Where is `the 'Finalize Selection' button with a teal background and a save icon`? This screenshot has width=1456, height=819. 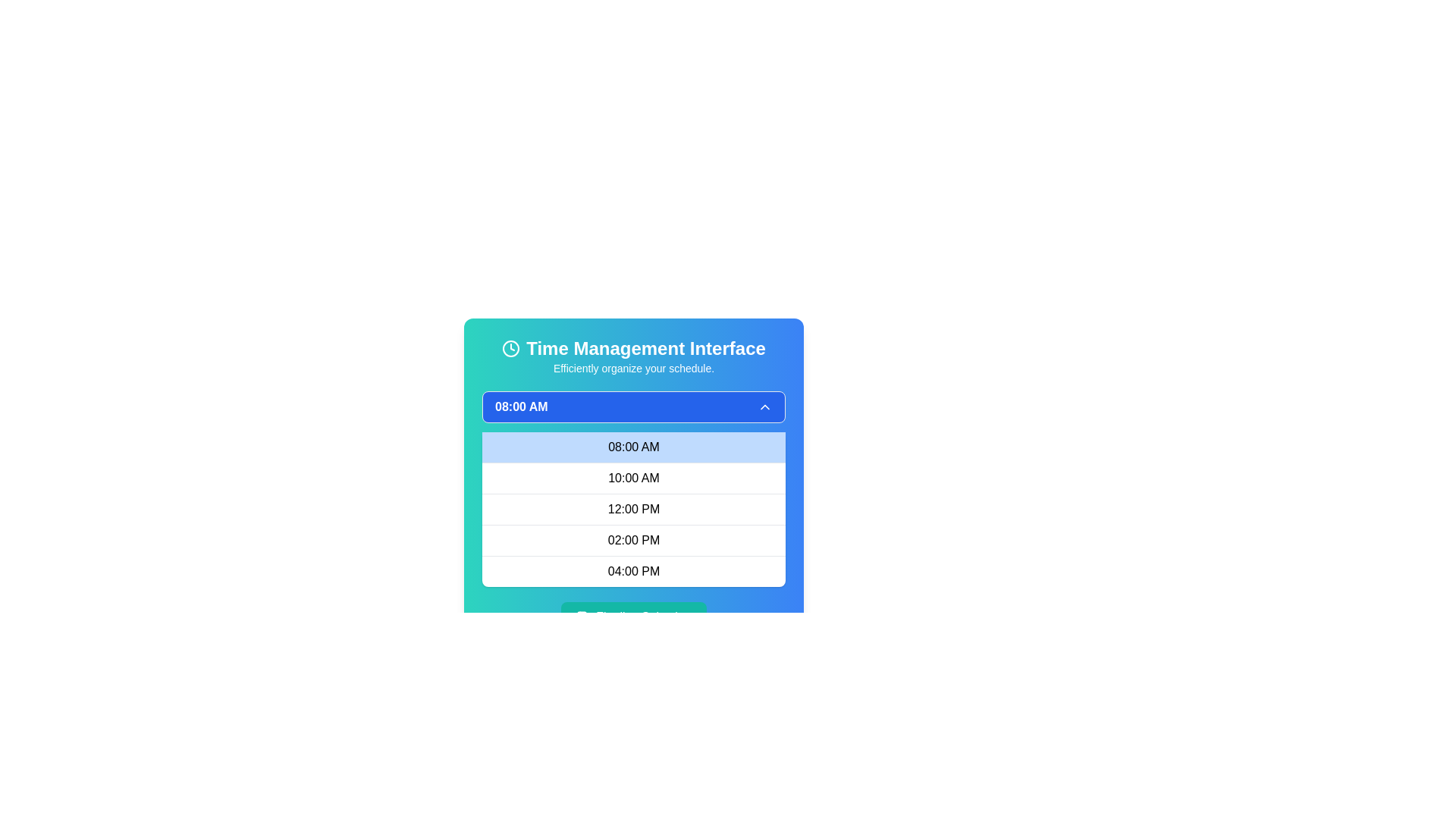
the 'Finalize Selection' button with a teal background and a save icon is located at coordinates (633, 617).